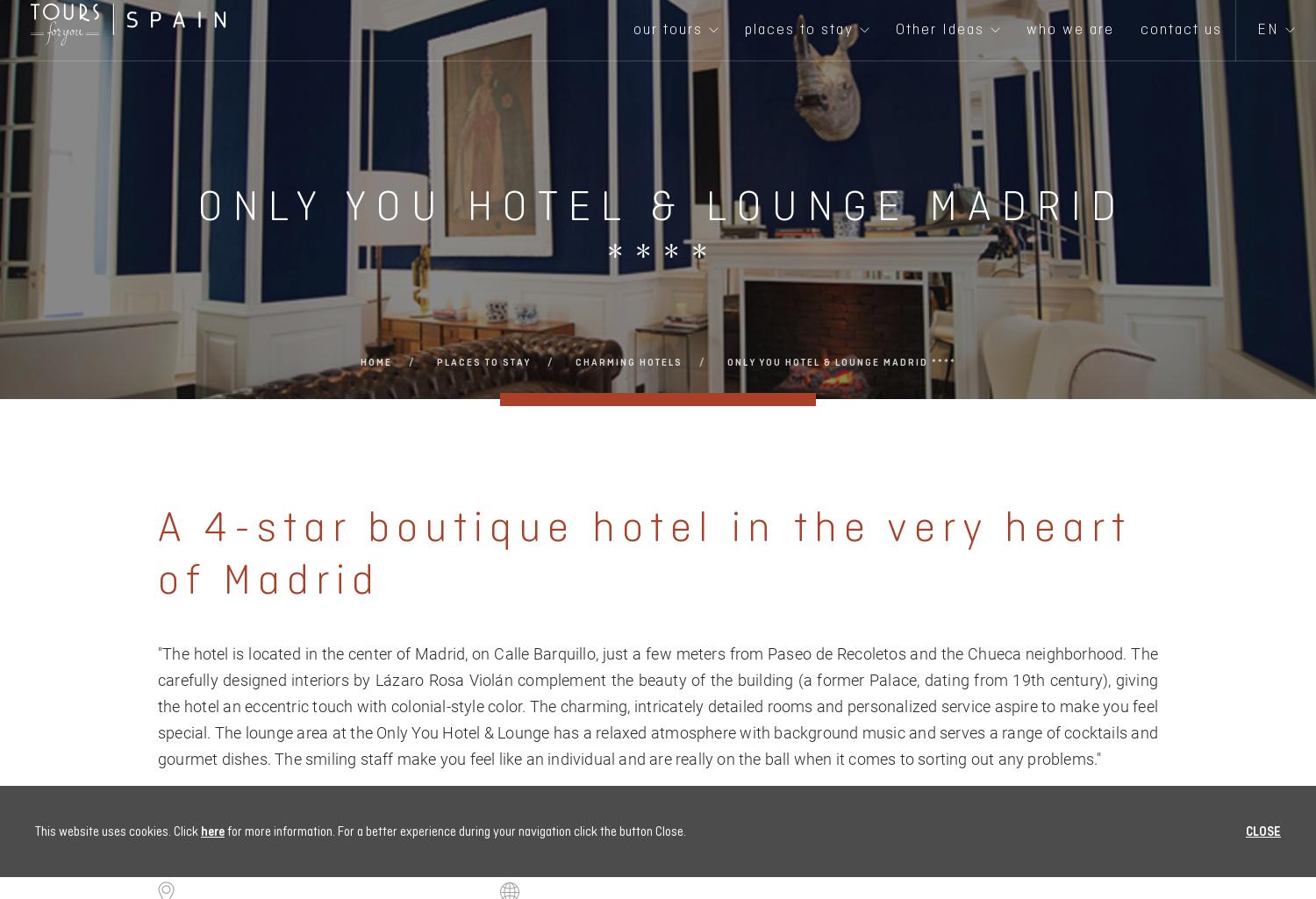 This screenshot has height=899, width=1316. Describe the element at coordinates (483, 361) in the screenshot. I see `'places to stay'` at that location.